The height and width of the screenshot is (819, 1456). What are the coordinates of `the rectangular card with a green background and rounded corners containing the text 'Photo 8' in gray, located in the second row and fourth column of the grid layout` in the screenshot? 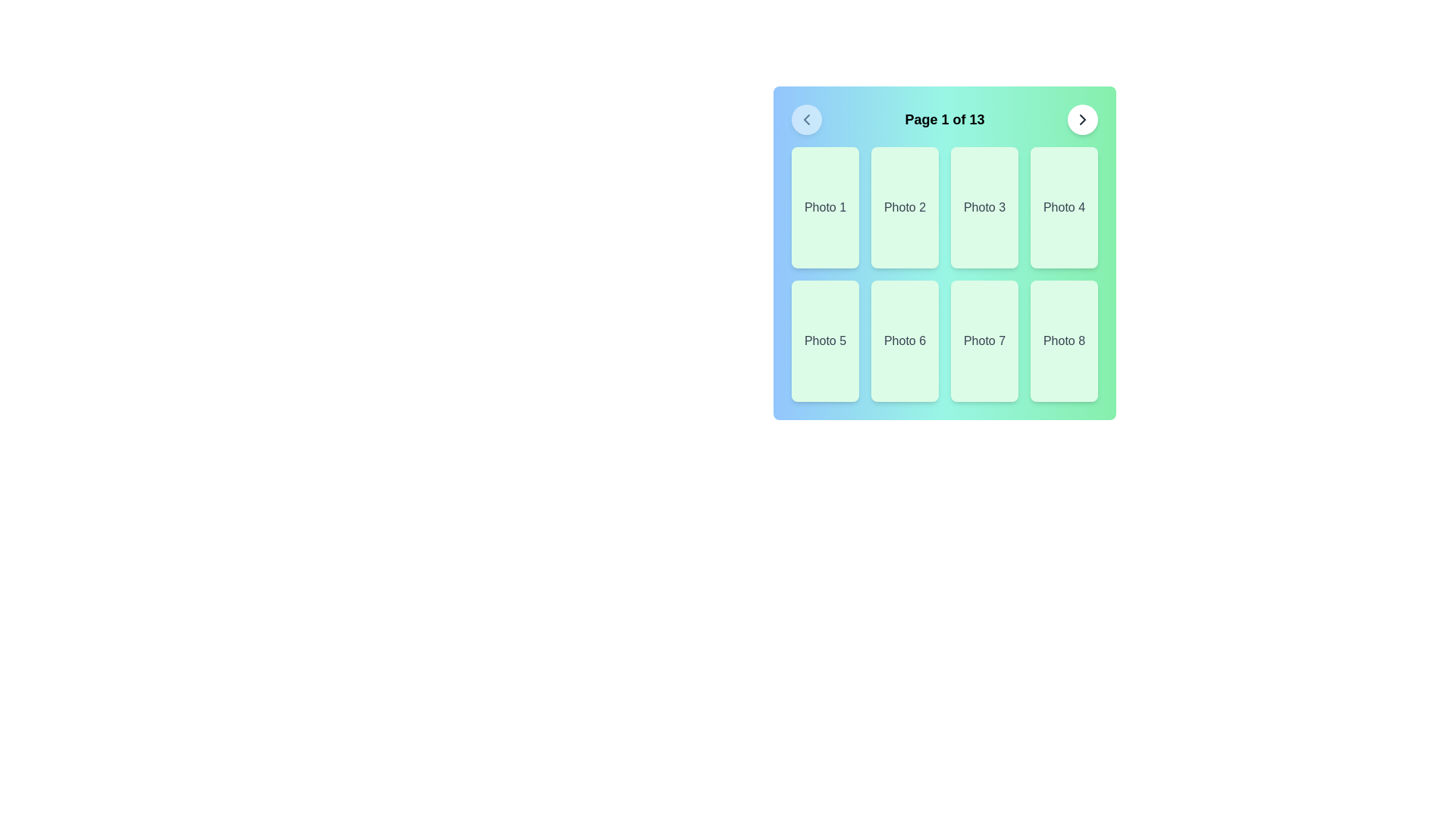 It's located at (1063, 341).